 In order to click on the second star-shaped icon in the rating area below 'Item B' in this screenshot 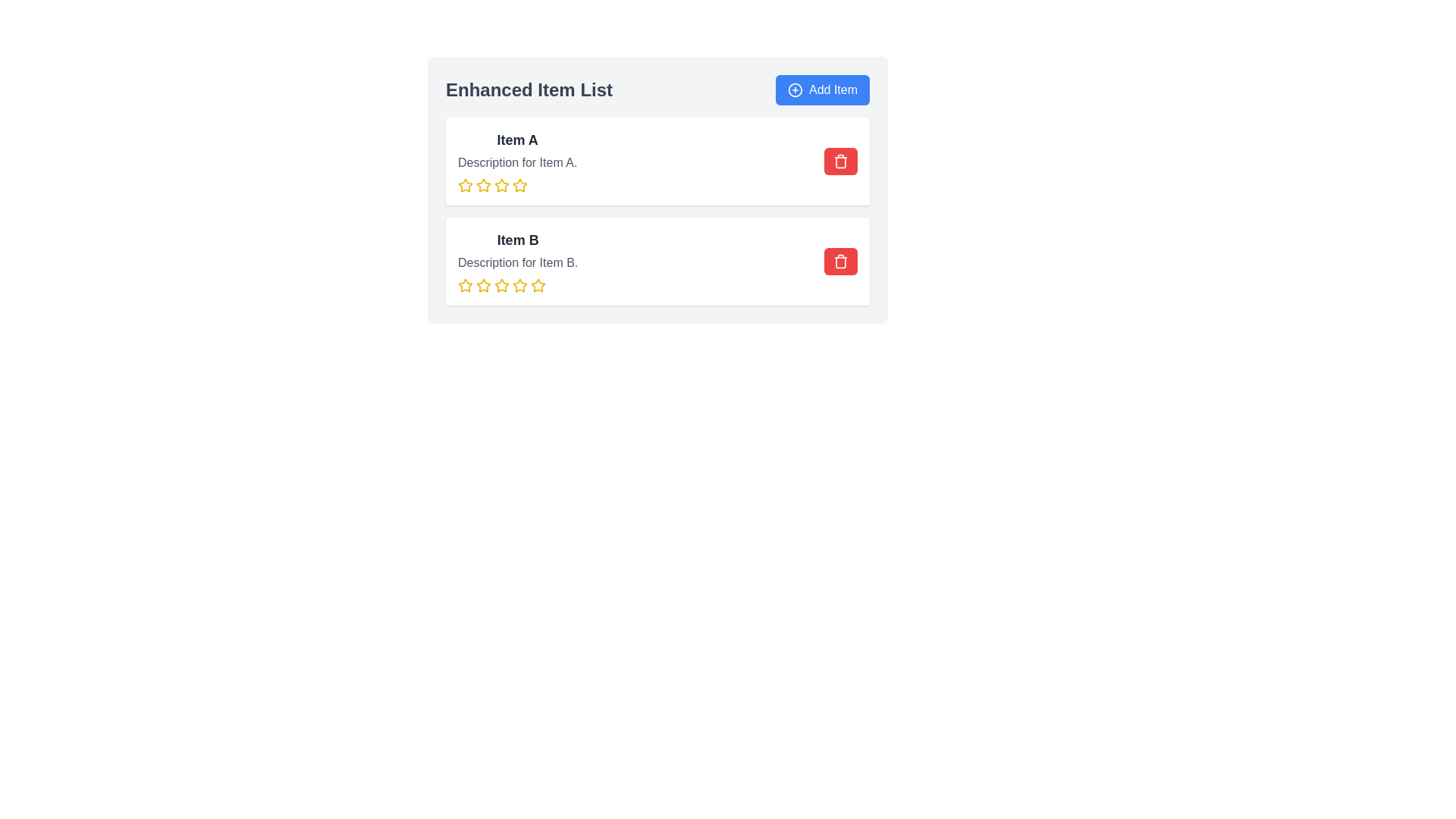, I will do `click(502, 285)`.